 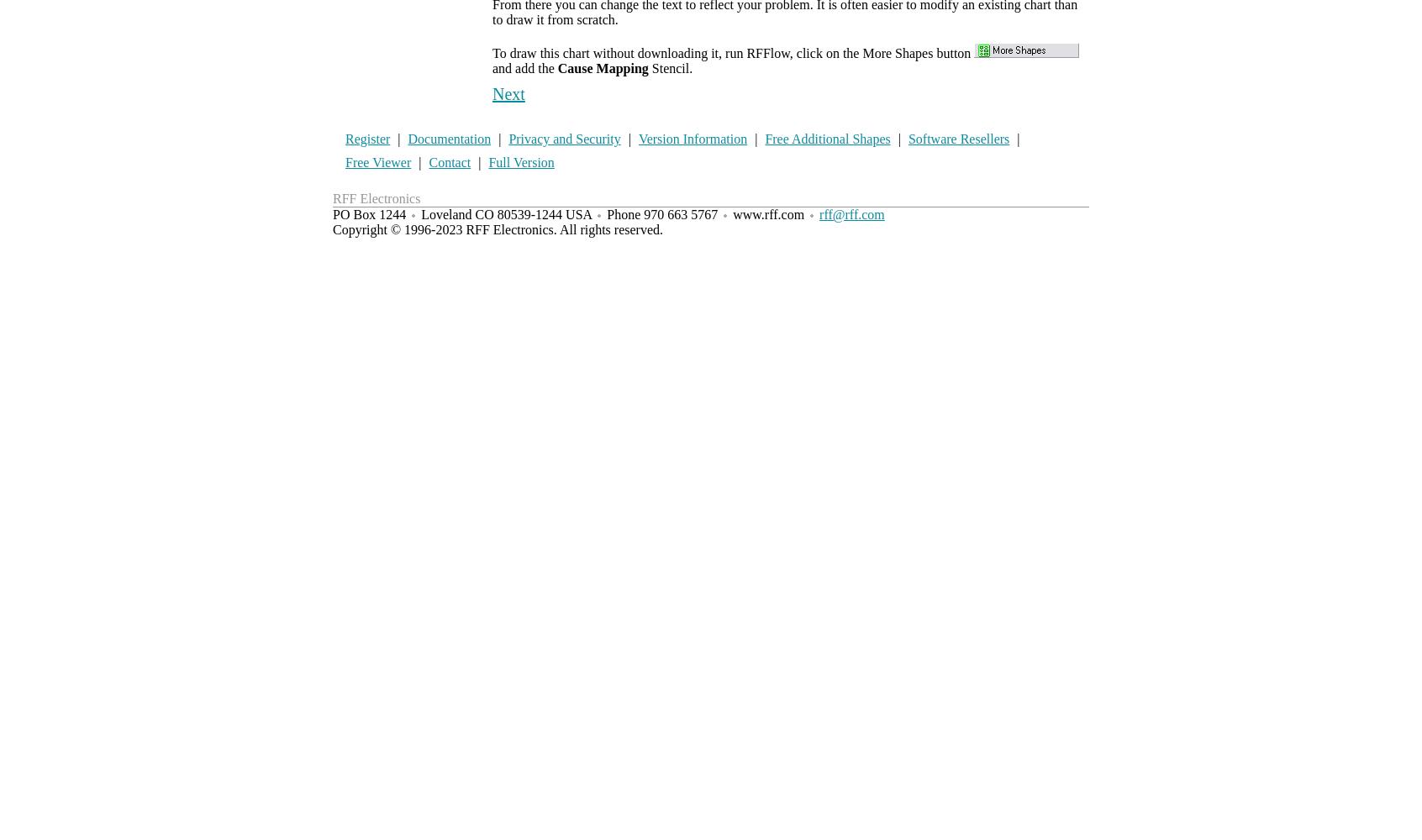 What do you see at coordinates (851, 214) in the screenshot?
I see `'rff@rff.com'` at bounding box center [851, 214].